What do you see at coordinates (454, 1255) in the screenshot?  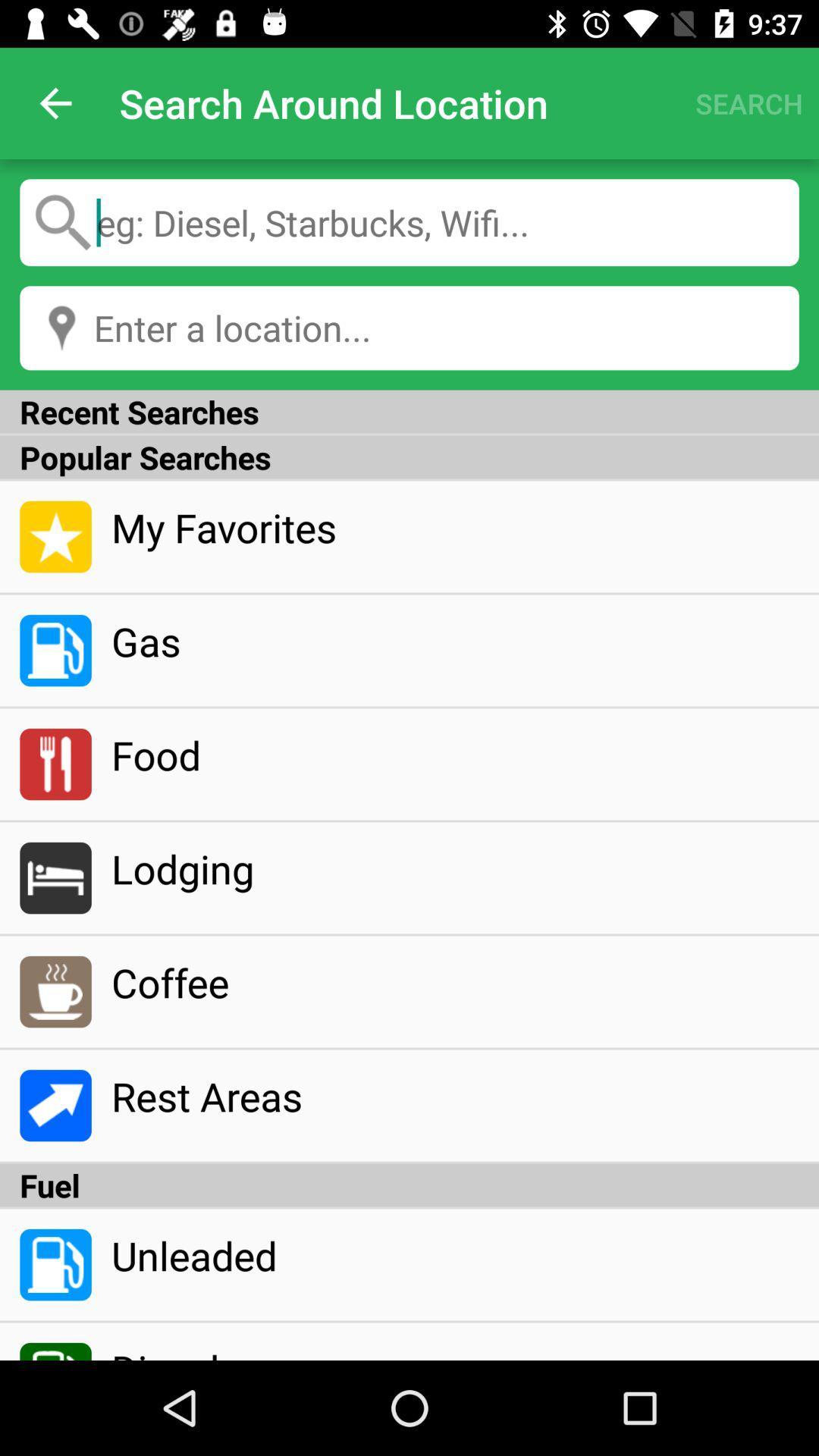 I see `the unleaded` at bounding box center [454, 1255].